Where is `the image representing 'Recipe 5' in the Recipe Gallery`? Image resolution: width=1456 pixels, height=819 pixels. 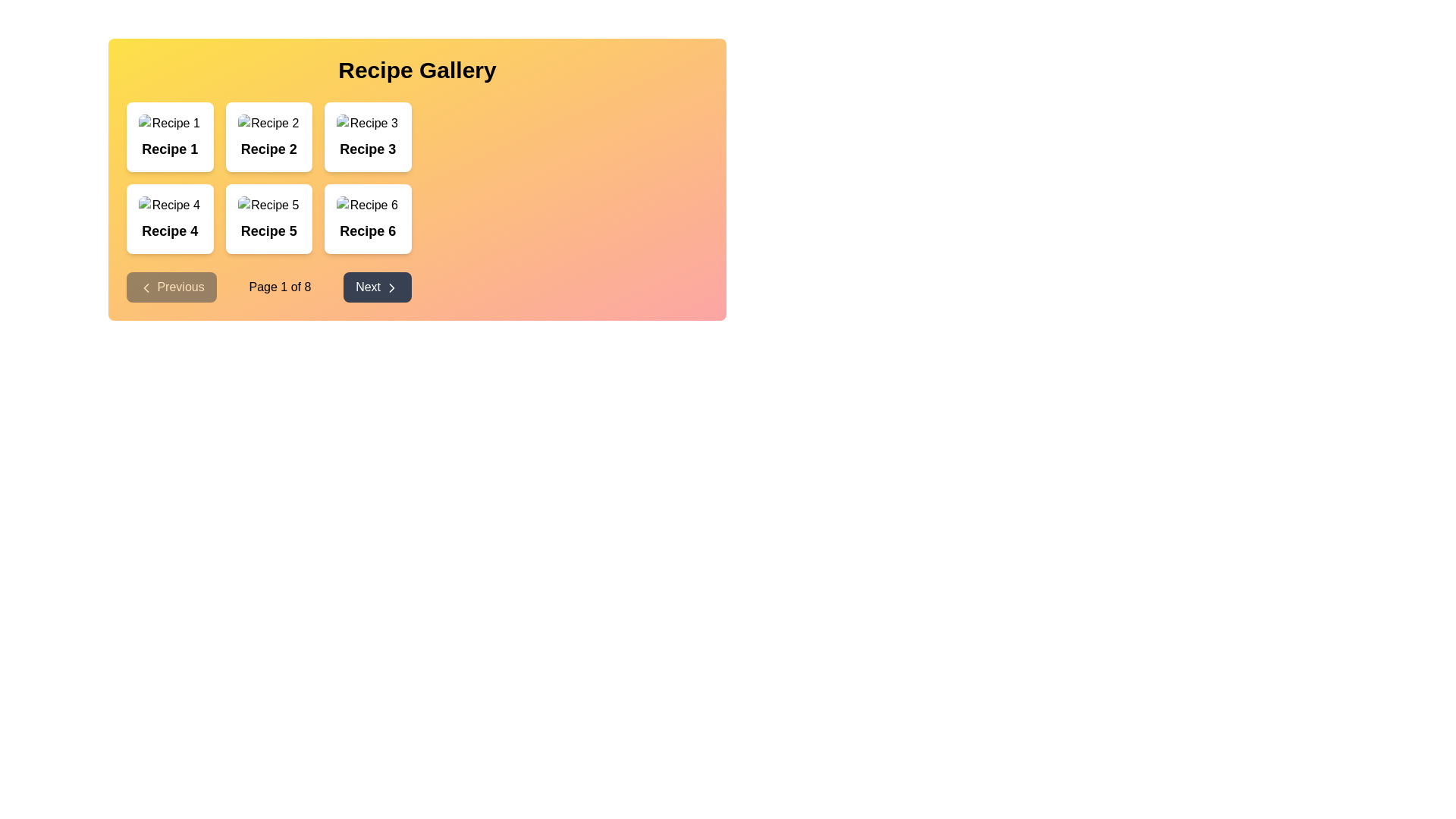
the image representing 'Recipe 5' in the Recipe Gallery is located at coordinates (268, 205).